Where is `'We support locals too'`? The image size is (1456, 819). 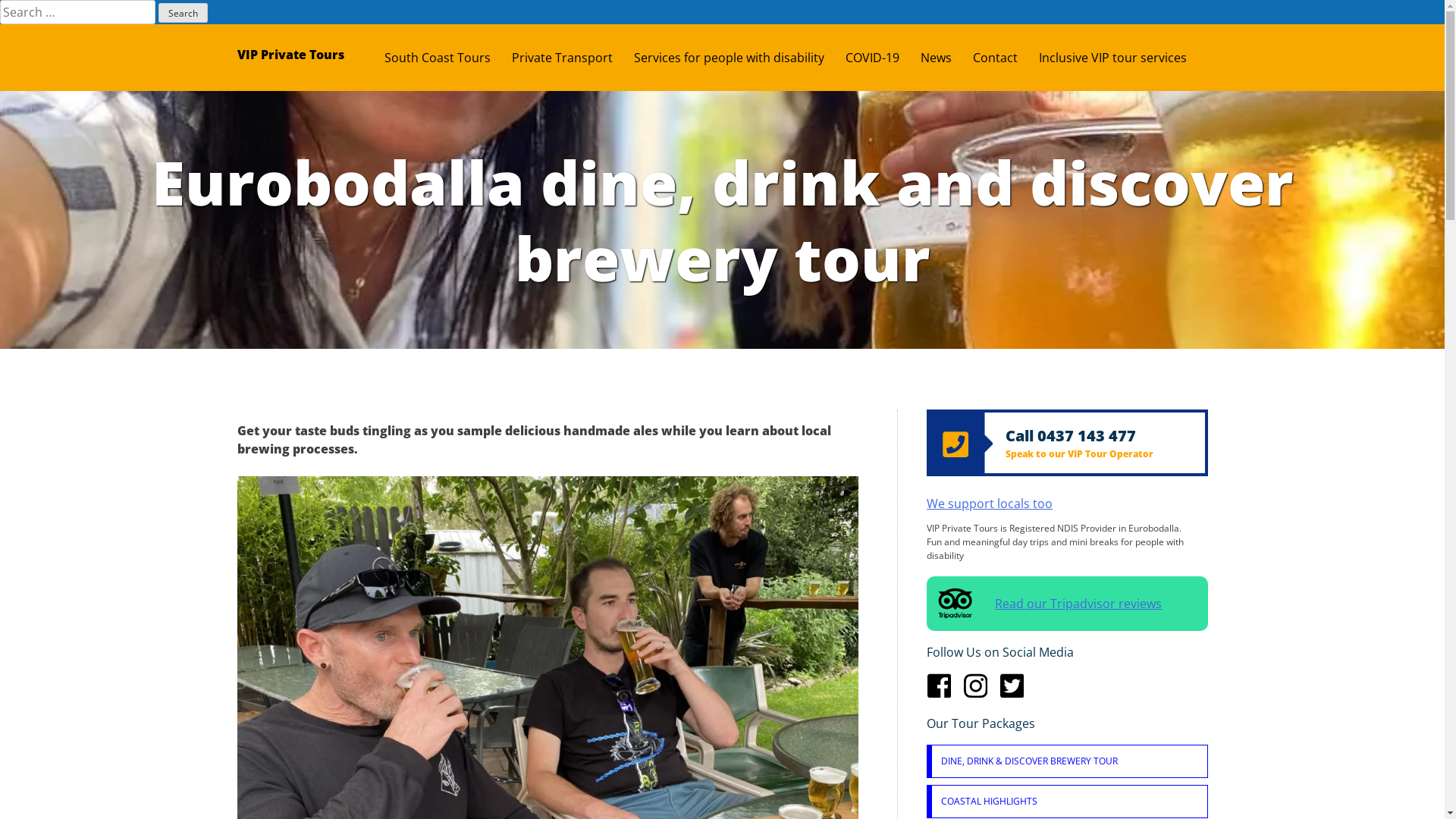
'We support locals too' is located at coordinates (990, 503).